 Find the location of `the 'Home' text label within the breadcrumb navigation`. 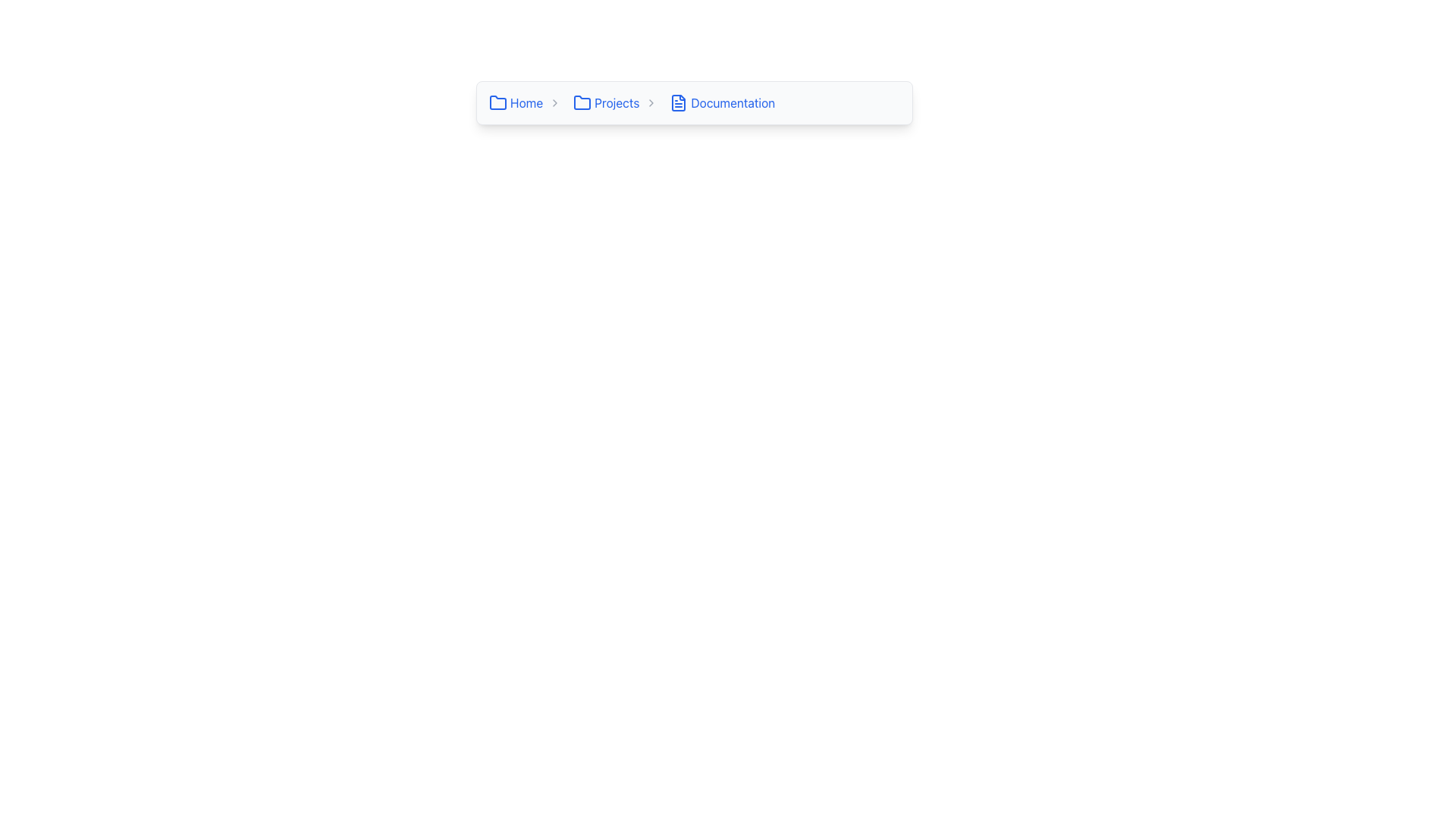

the 'Home' text label within the breadcrumb navigation is located at coordinates (526, 102).